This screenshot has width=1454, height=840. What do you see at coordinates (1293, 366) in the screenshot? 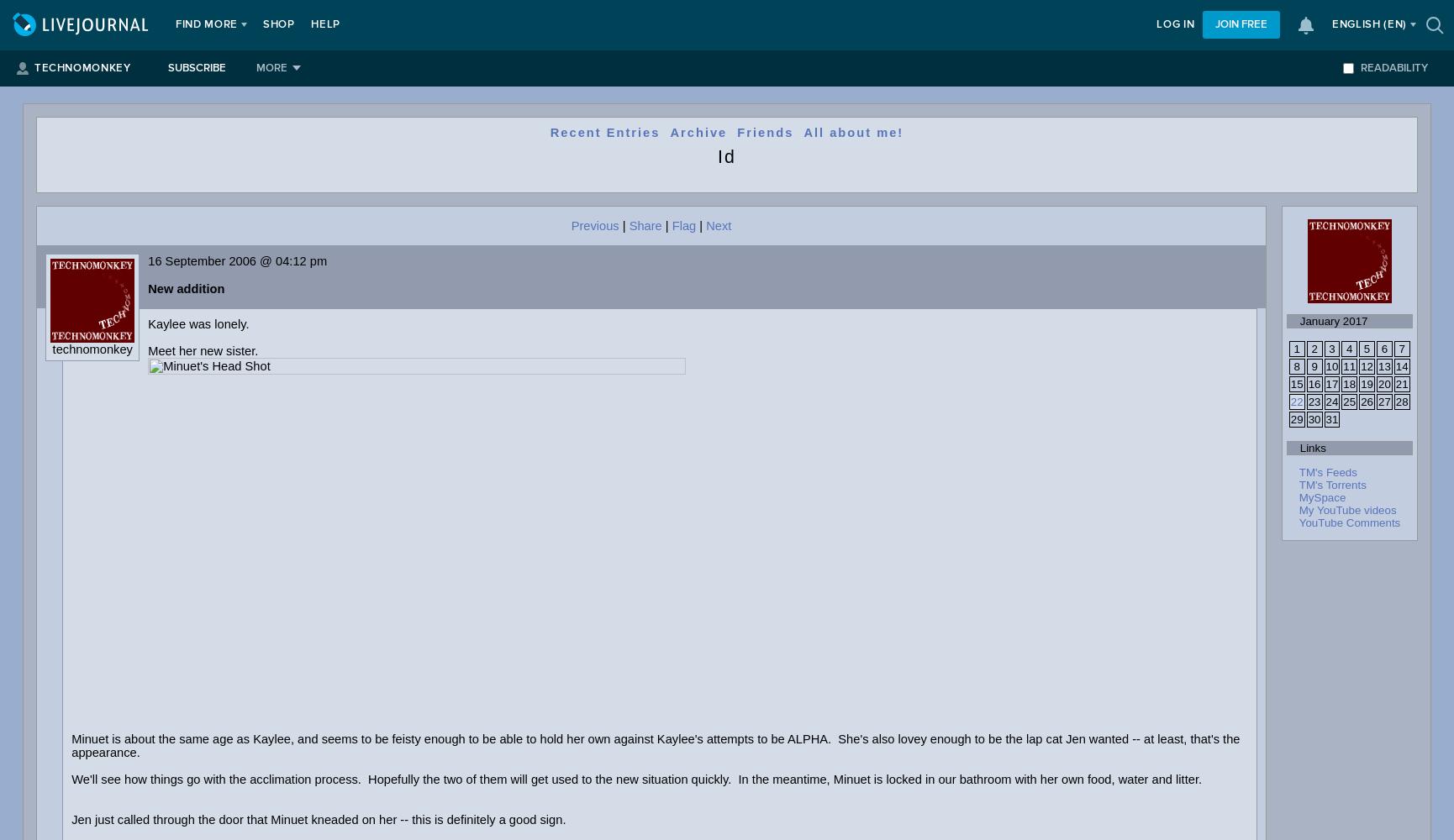
I see `'8'` at bounding box center [1293, 366].